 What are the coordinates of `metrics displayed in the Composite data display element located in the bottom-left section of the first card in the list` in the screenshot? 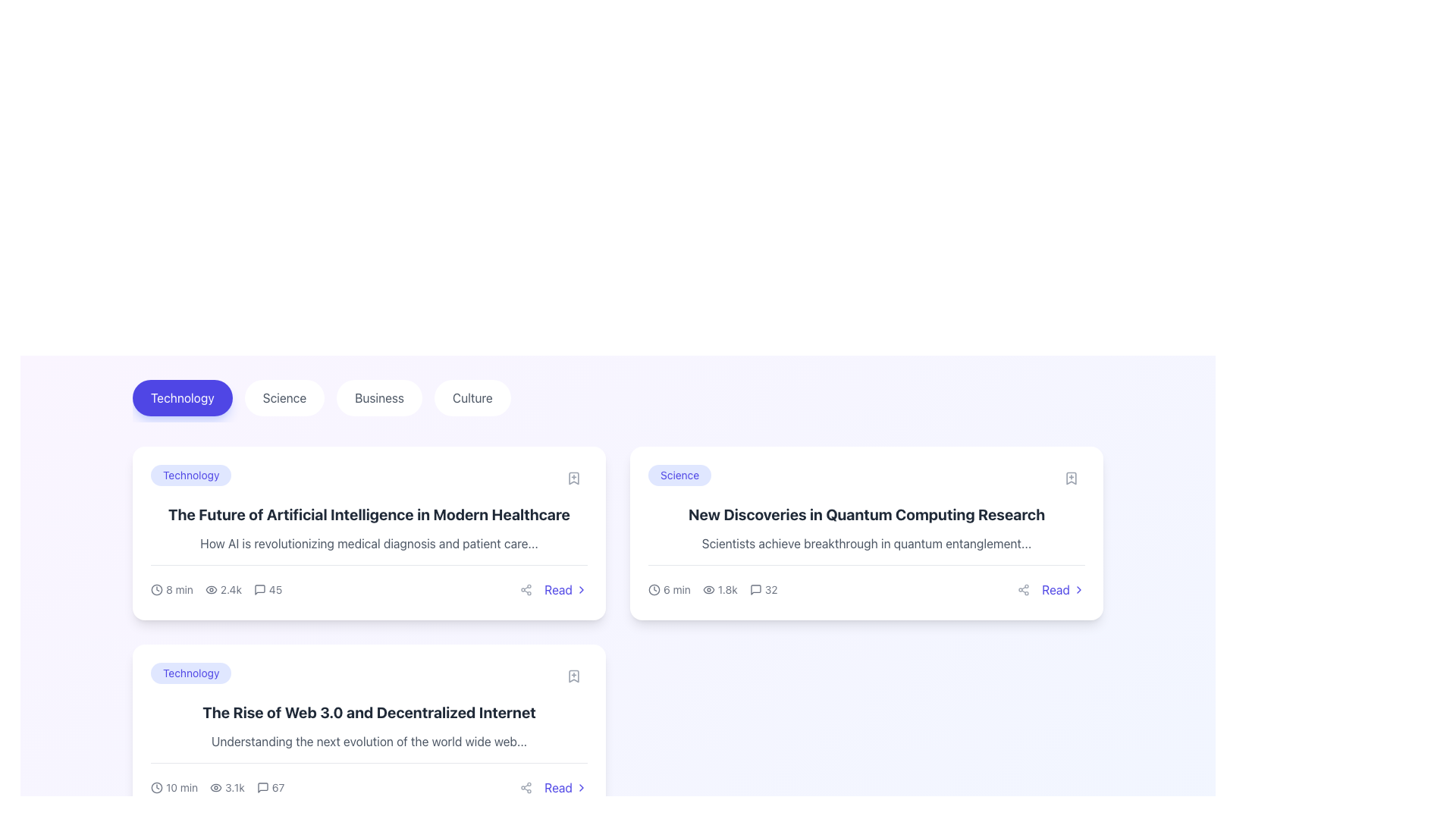 It's located at (215, 589).